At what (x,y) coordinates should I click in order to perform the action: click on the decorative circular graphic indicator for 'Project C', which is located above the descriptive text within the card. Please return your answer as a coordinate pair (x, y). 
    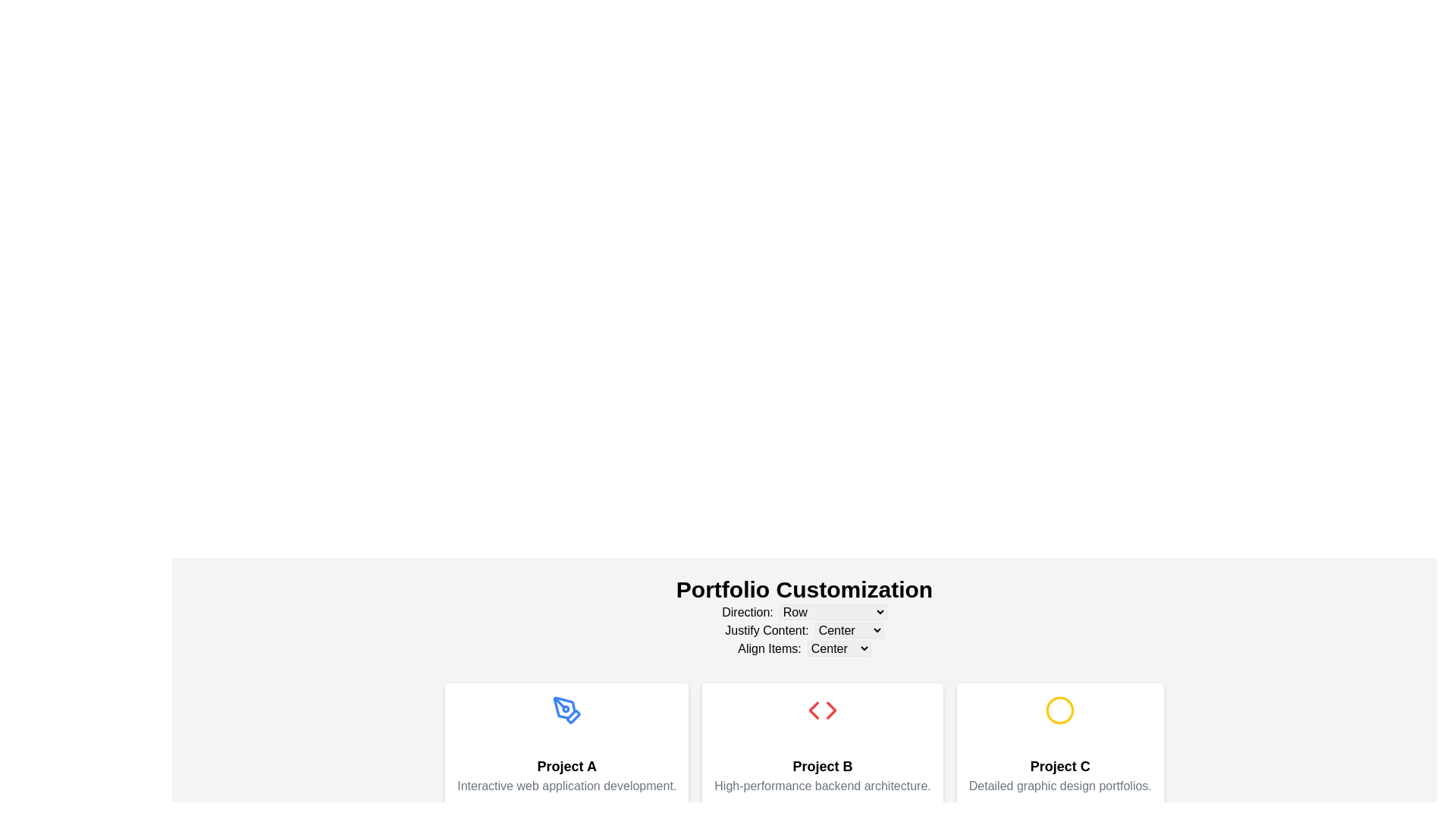
    Looking at the image, I should click on (1059, 711).